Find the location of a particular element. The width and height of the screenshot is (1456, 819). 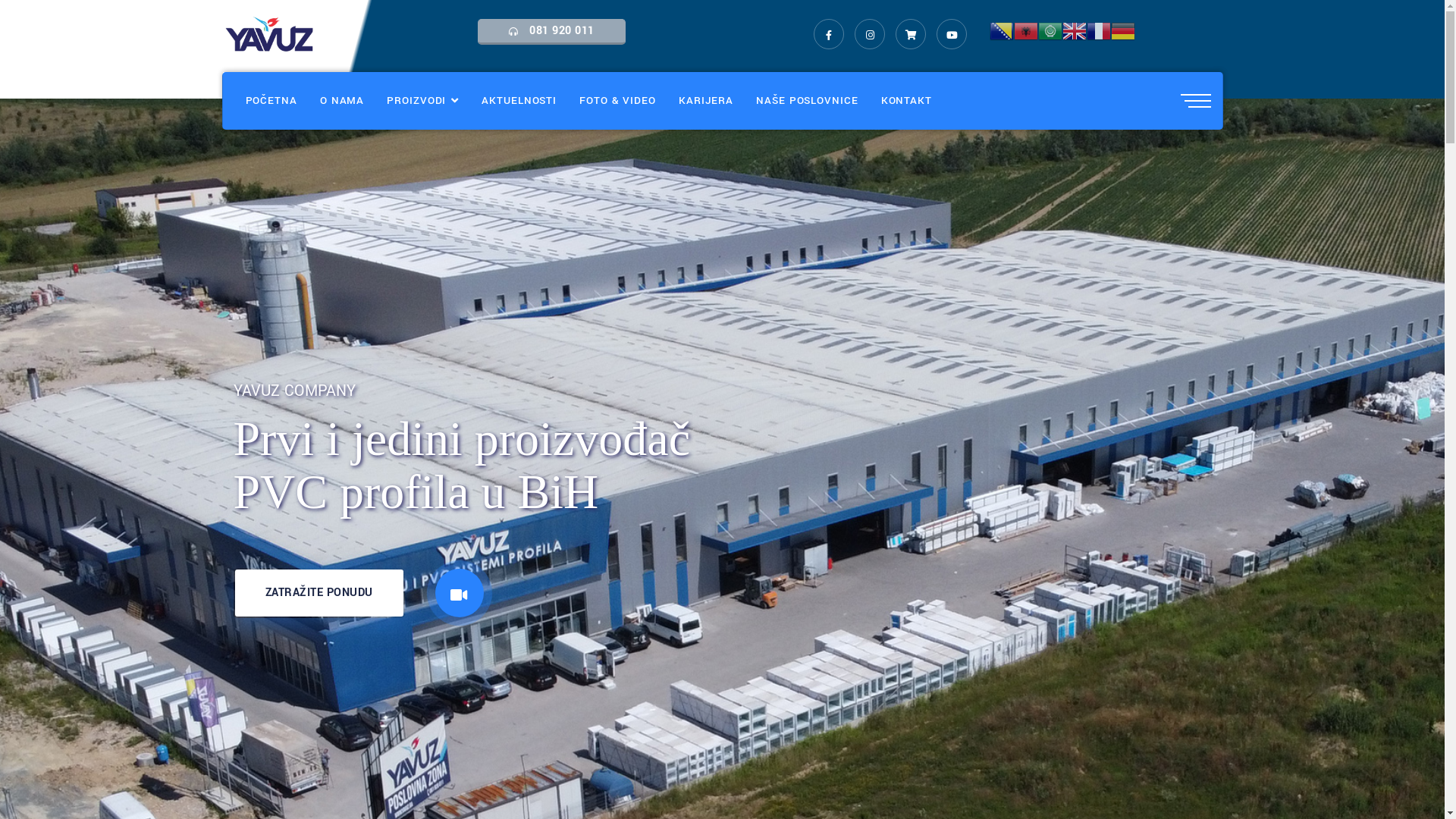

'KONTAKT' is located at coordinates (906, 100).